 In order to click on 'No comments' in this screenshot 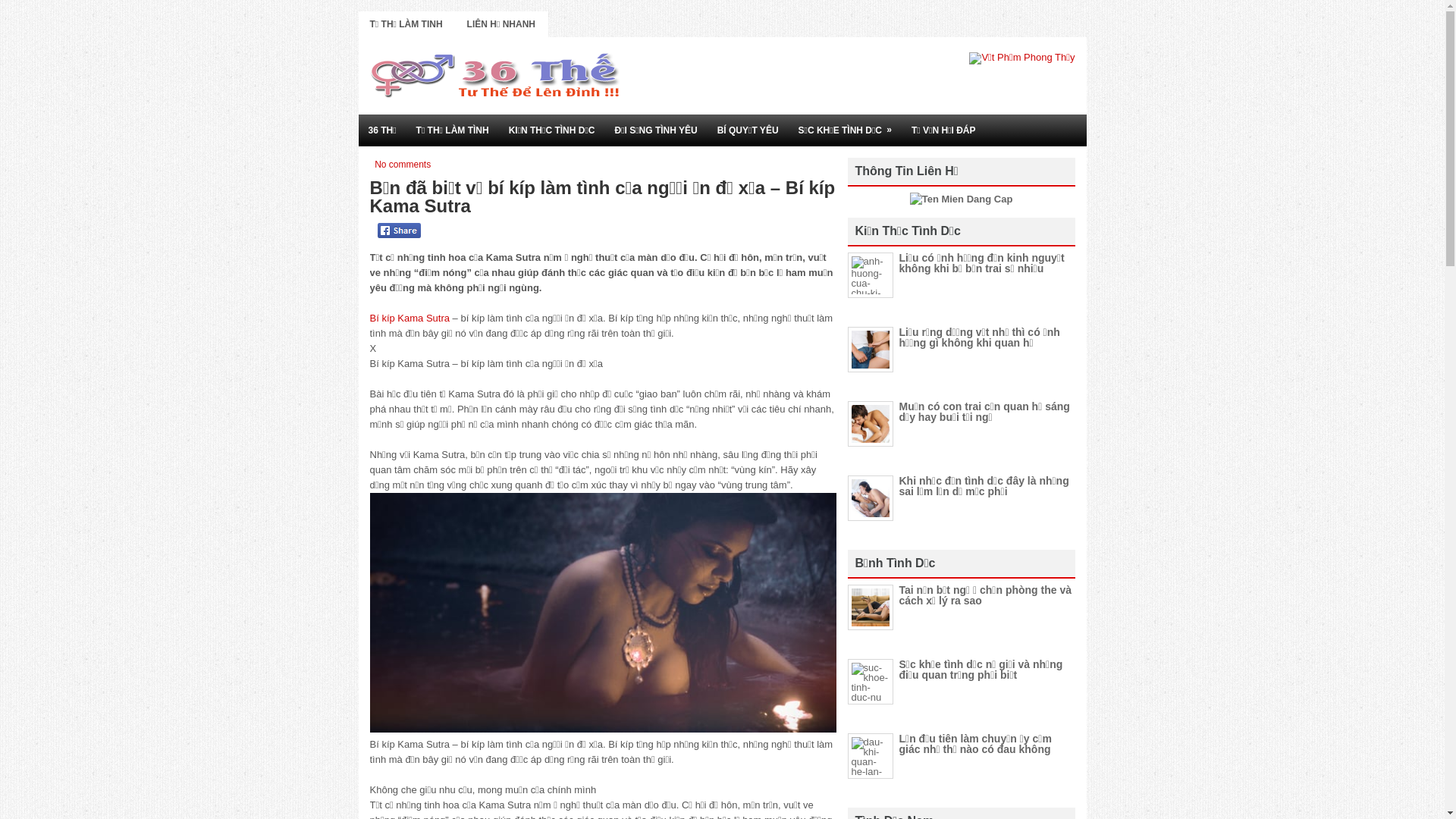, I will do `click(403, 164)`.